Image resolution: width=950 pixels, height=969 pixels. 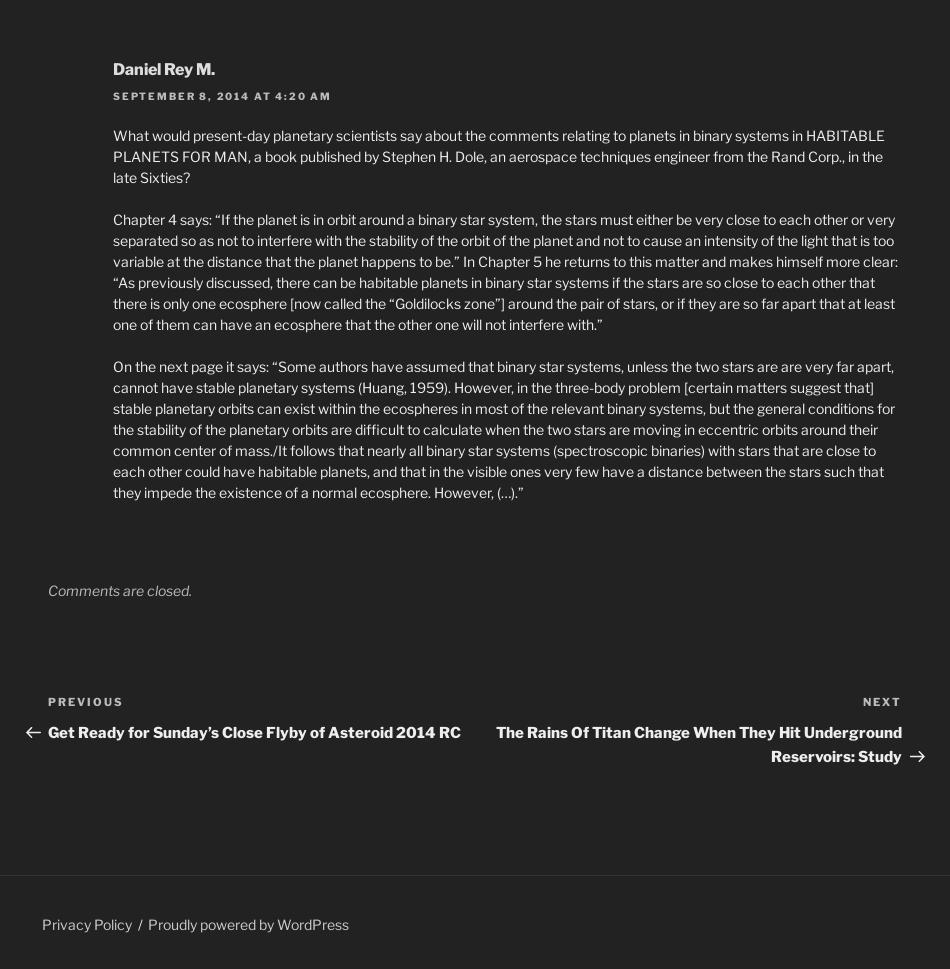 What do you see at coordinates (112, 94) in the screenshot?
I see `'September 8, 2014 at 4:20 AM'` at bounding box center [112, 94].